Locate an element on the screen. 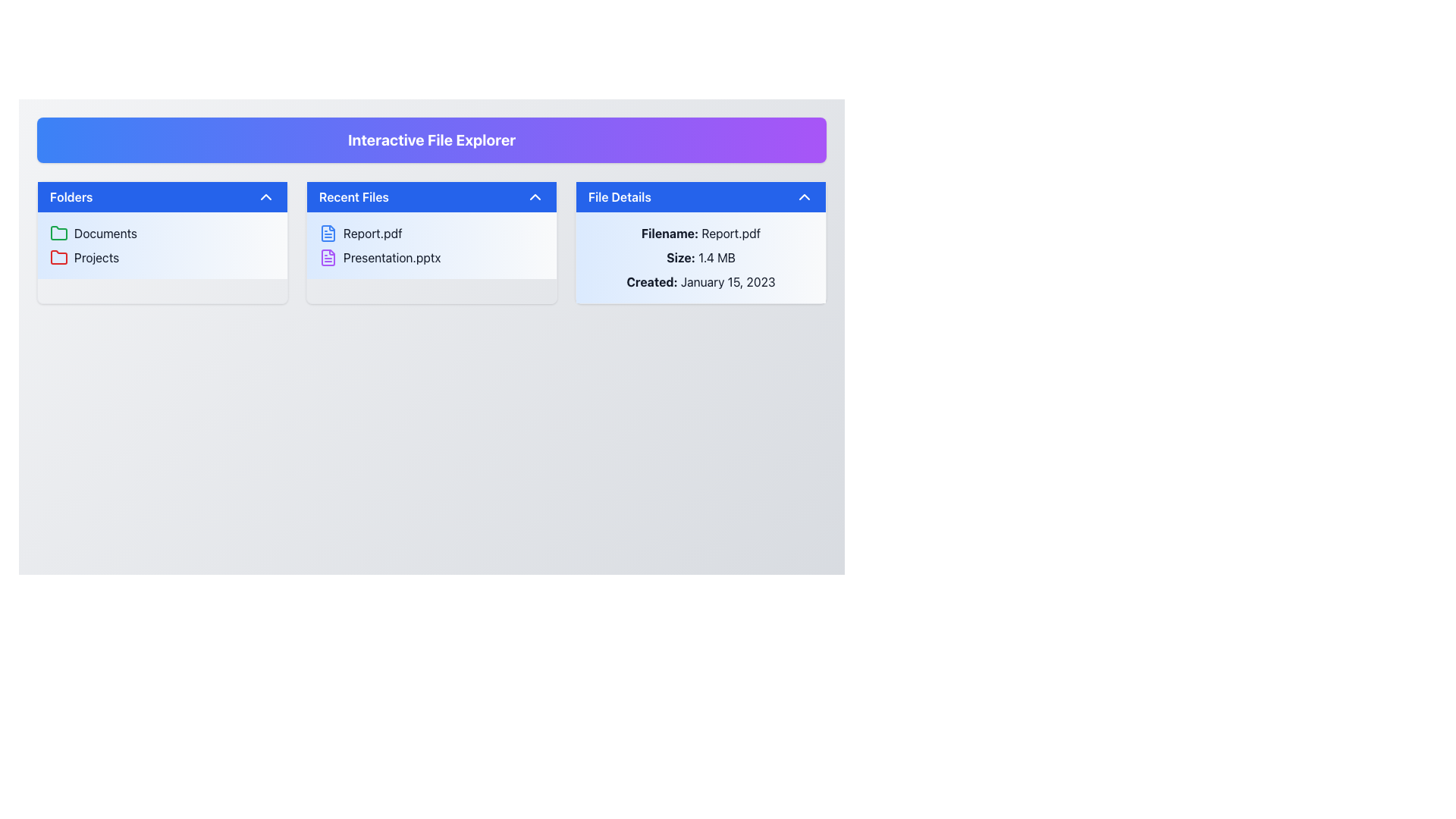  on the text label displaying the file name 'Report.pdf' in the 'Recent Files' section is located at coordinates (372, 234).